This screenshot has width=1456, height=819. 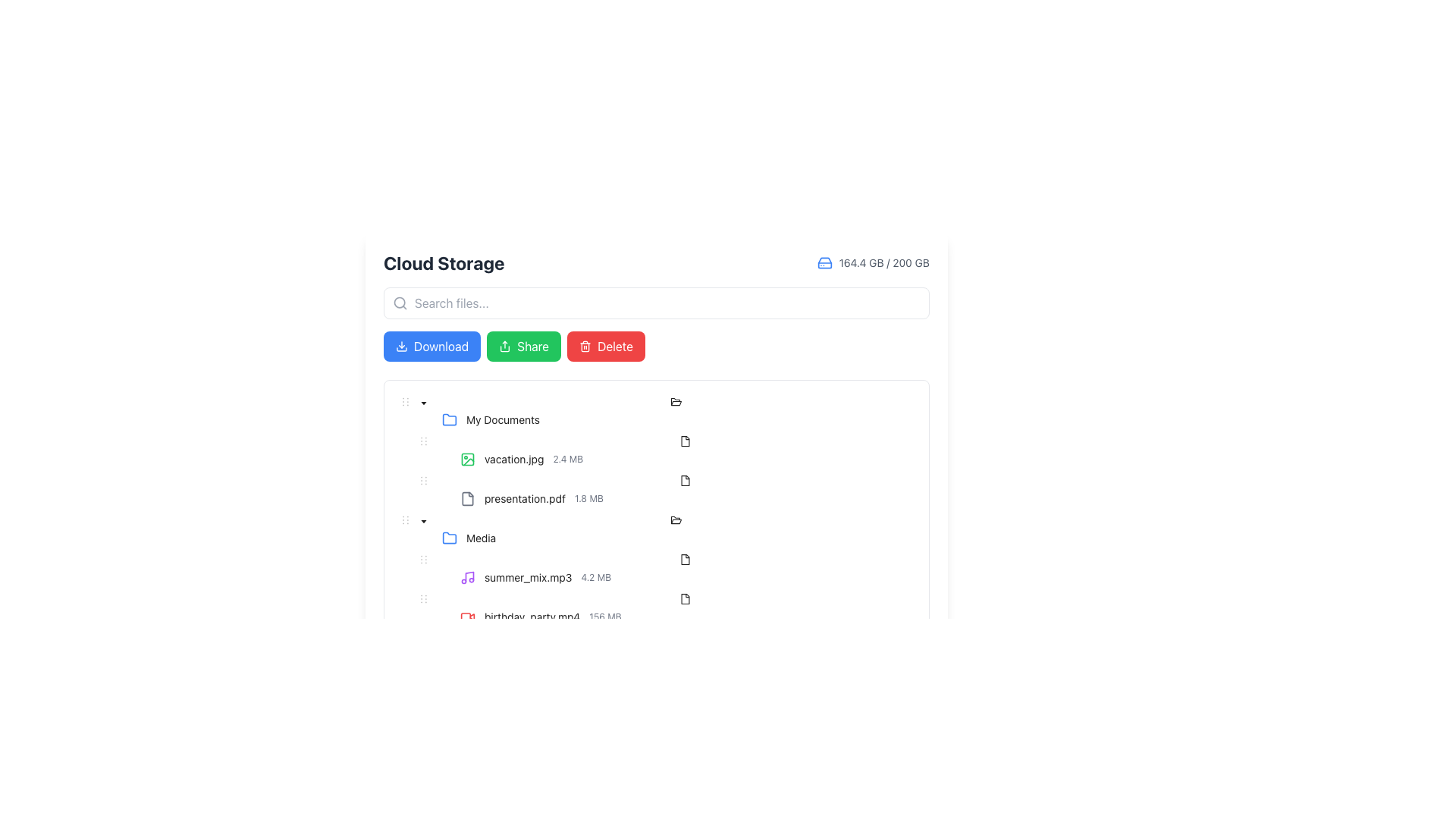 What do you see at coordinates (423, 520) in the screenshot?
I see `the small downward-pointing caret icon next to the 'Media' folder entry in the file tree` at bounding box center [423, 520].